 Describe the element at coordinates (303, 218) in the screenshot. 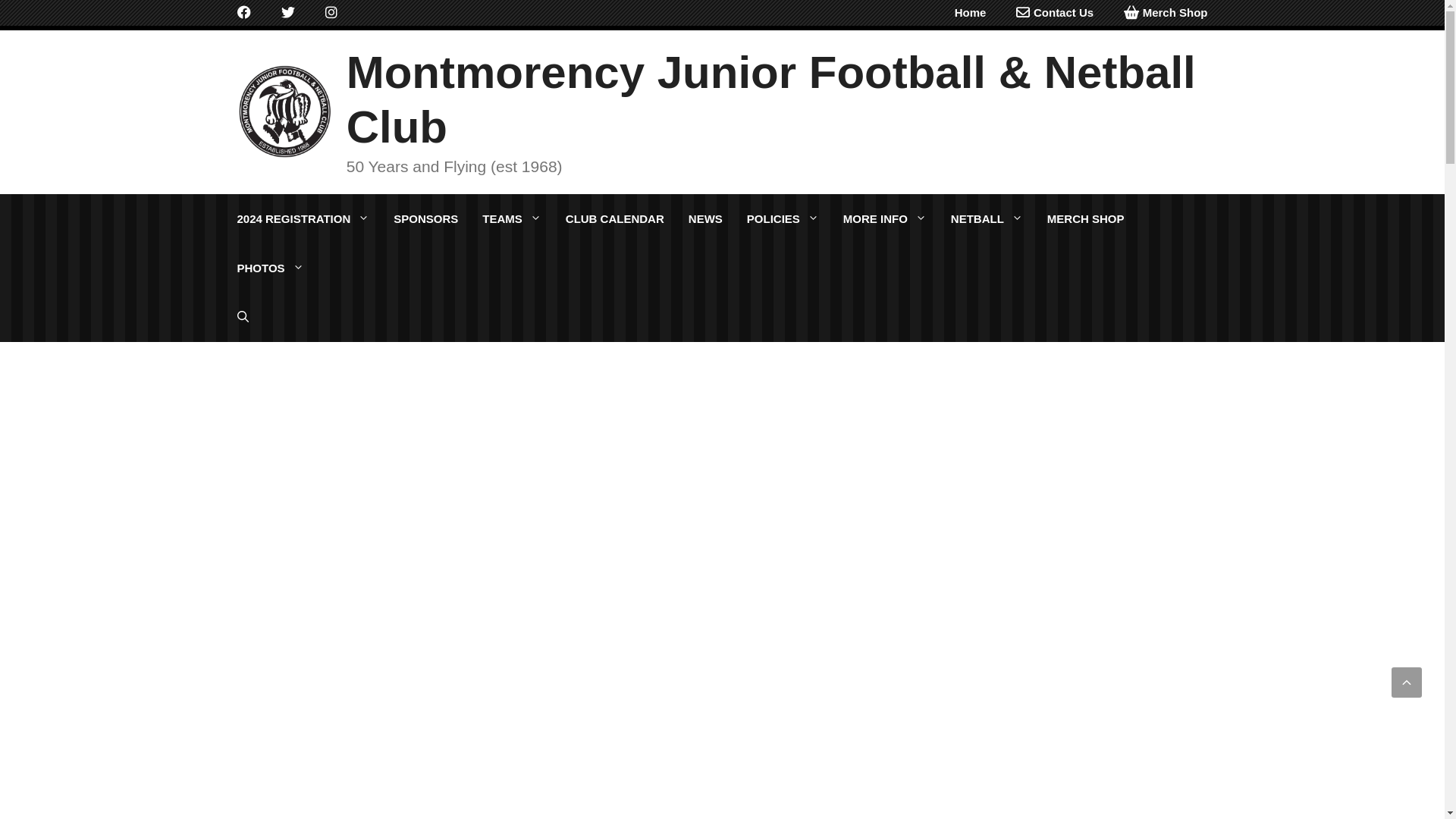

I see `'2024 REGISTRATION'` at that location.